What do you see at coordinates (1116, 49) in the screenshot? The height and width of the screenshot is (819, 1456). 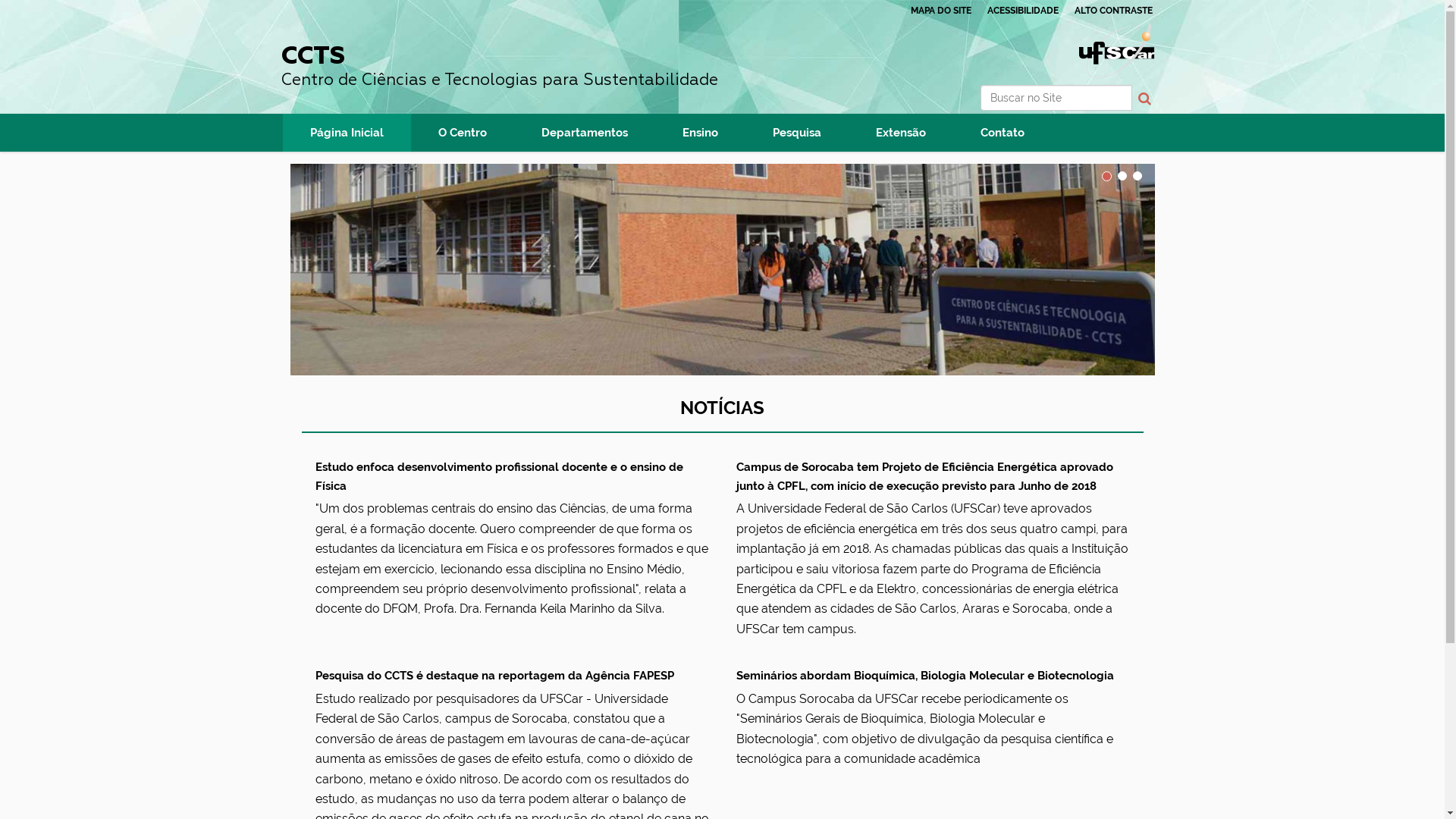 I see `'Portal UFSCar'` at bounding box center [1116, 49].